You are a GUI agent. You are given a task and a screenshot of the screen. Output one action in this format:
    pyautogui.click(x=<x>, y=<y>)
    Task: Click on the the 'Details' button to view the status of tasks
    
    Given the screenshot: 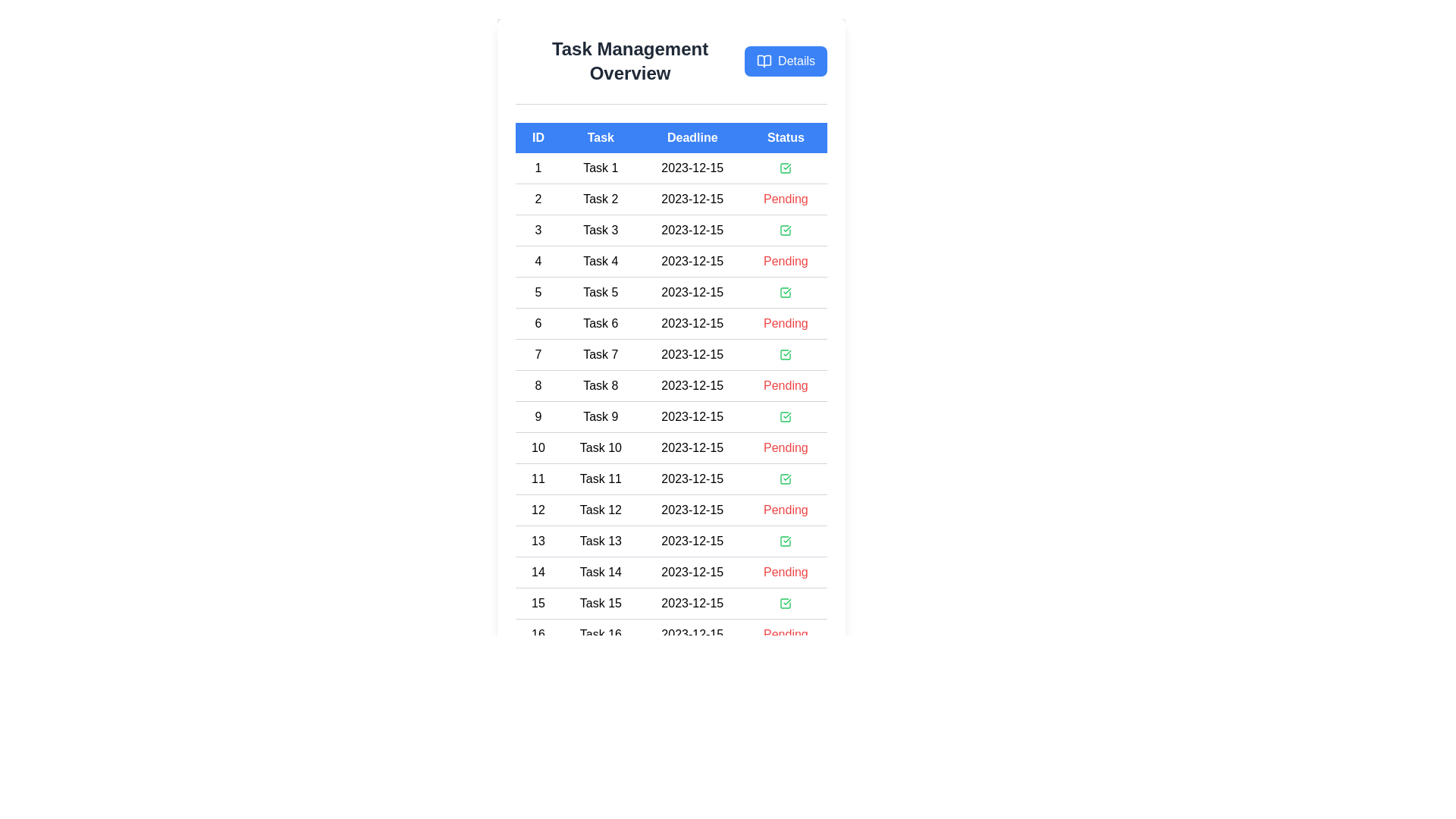 What is the action you would take?
    pyautogui.click(x=786, y=61)
    